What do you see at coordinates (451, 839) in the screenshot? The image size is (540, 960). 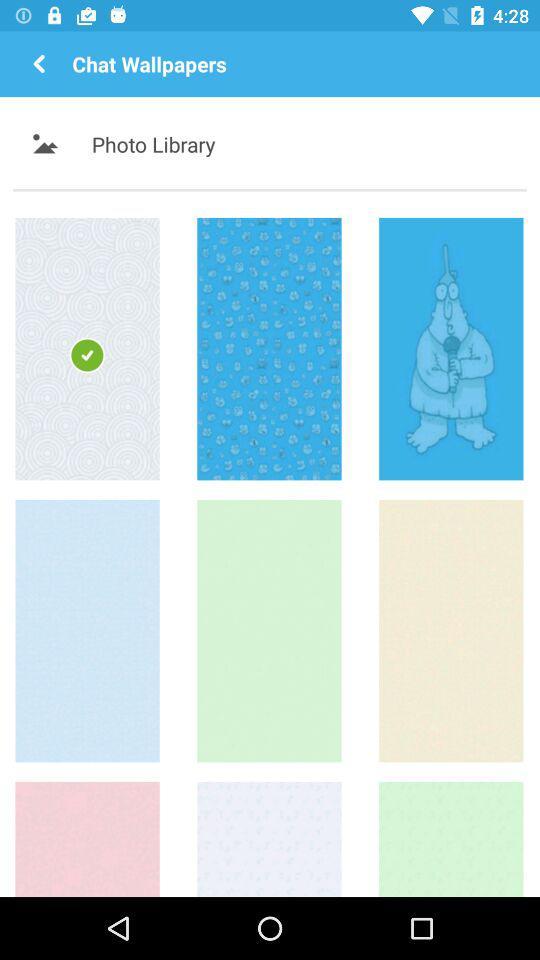 I see `the color which is on the bottom right corner of the page` at bounding box center [451, 839].